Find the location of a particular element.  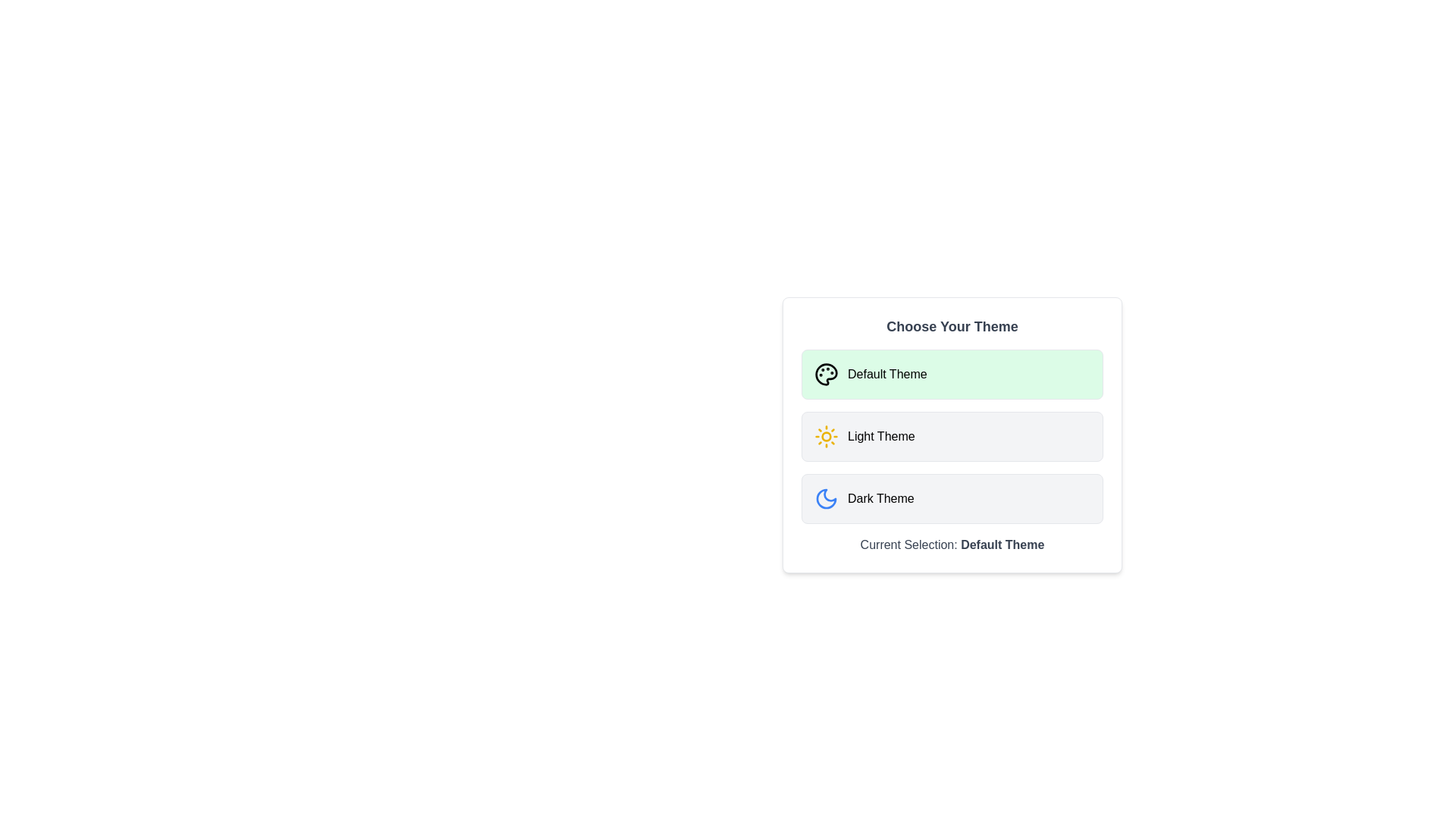

the theme by clicking on the button corresponding to Light is located at coordinates (952, 436).